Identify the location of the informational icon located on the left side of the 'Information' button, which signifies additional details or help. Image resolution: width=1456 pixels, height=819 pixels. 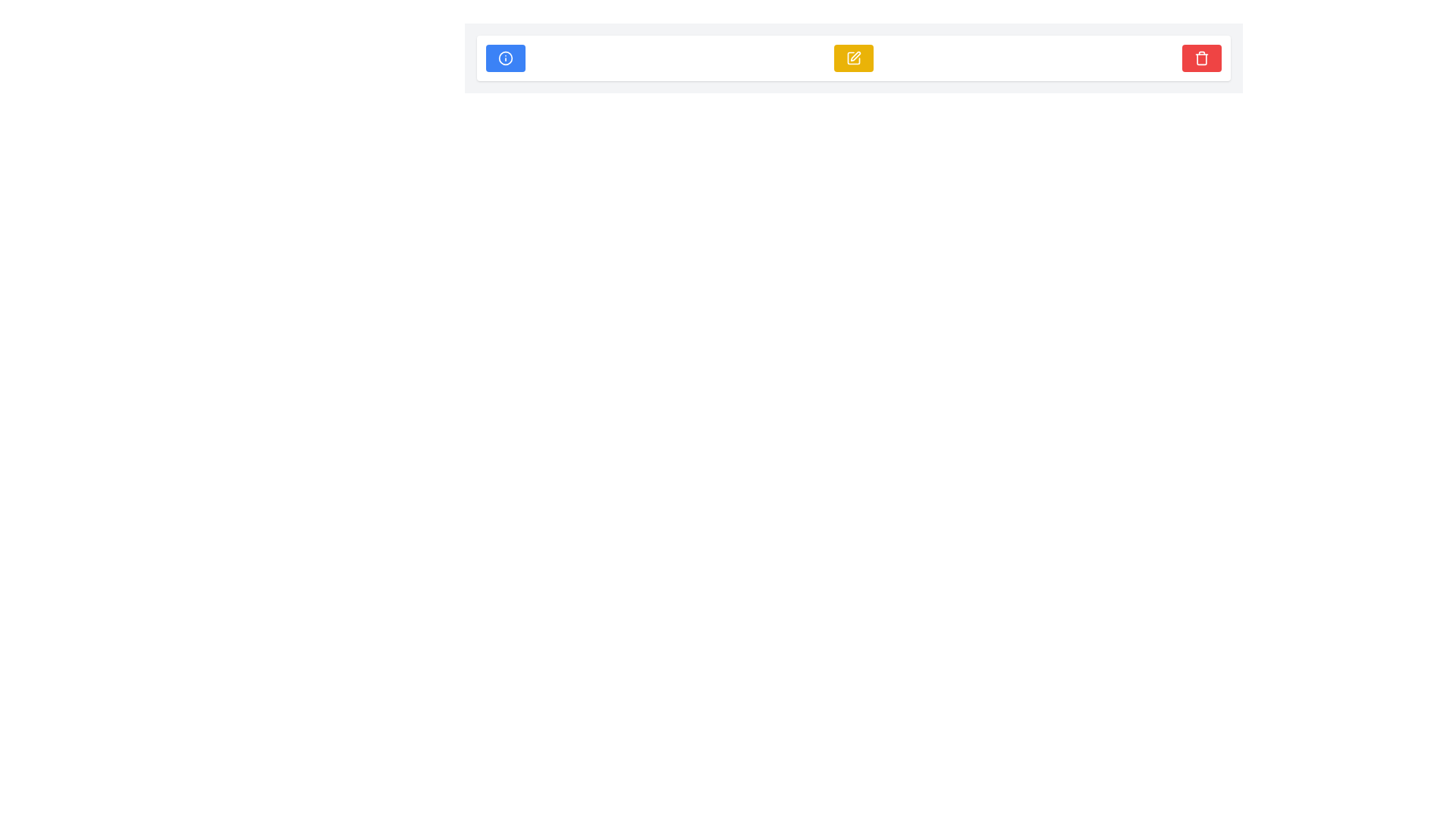
(506, 58).